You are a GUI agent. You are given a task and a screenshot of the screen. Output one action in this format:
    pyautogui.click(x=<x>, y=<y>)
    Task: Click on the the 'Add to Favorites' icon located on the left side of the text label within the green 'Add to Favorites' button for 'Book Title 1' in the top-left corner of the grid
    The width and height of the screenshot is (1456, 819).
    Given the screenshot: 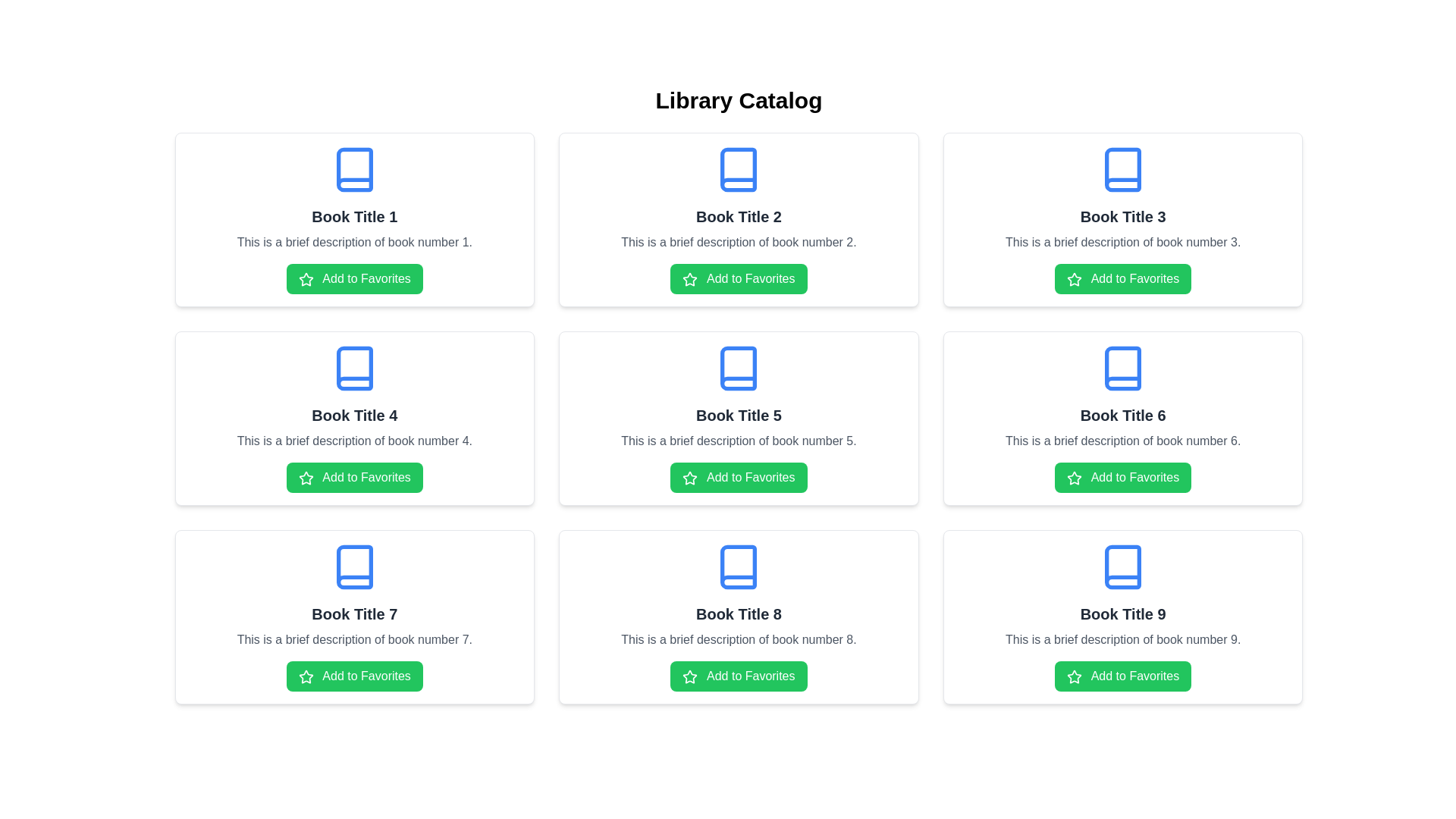 What is the action you would take?
    pyautogui.click(x=305, y=279)
    